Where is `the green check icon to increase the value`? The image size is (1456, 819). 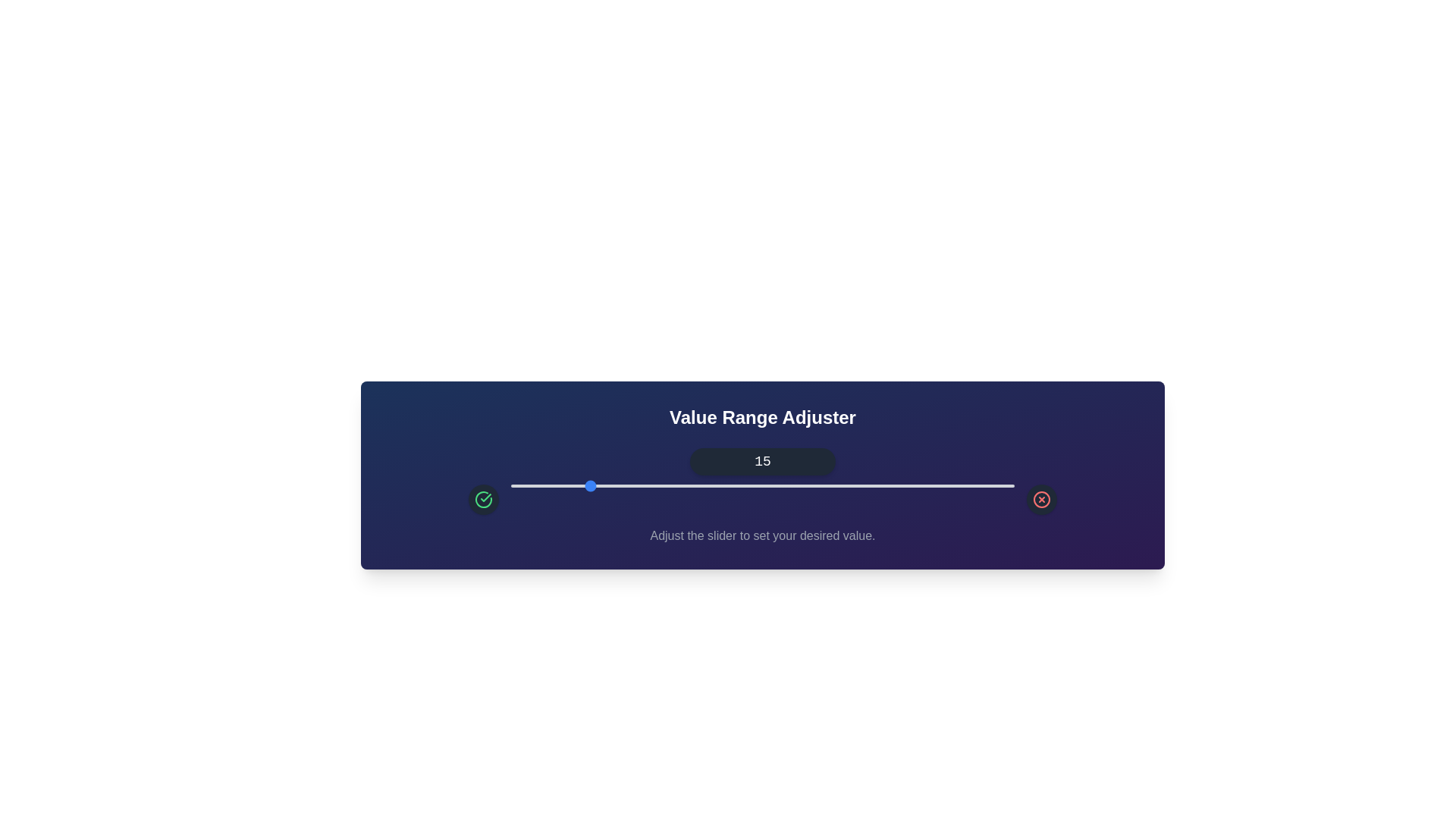
the green check icon to increase the value is located at coordinates (483, 500).